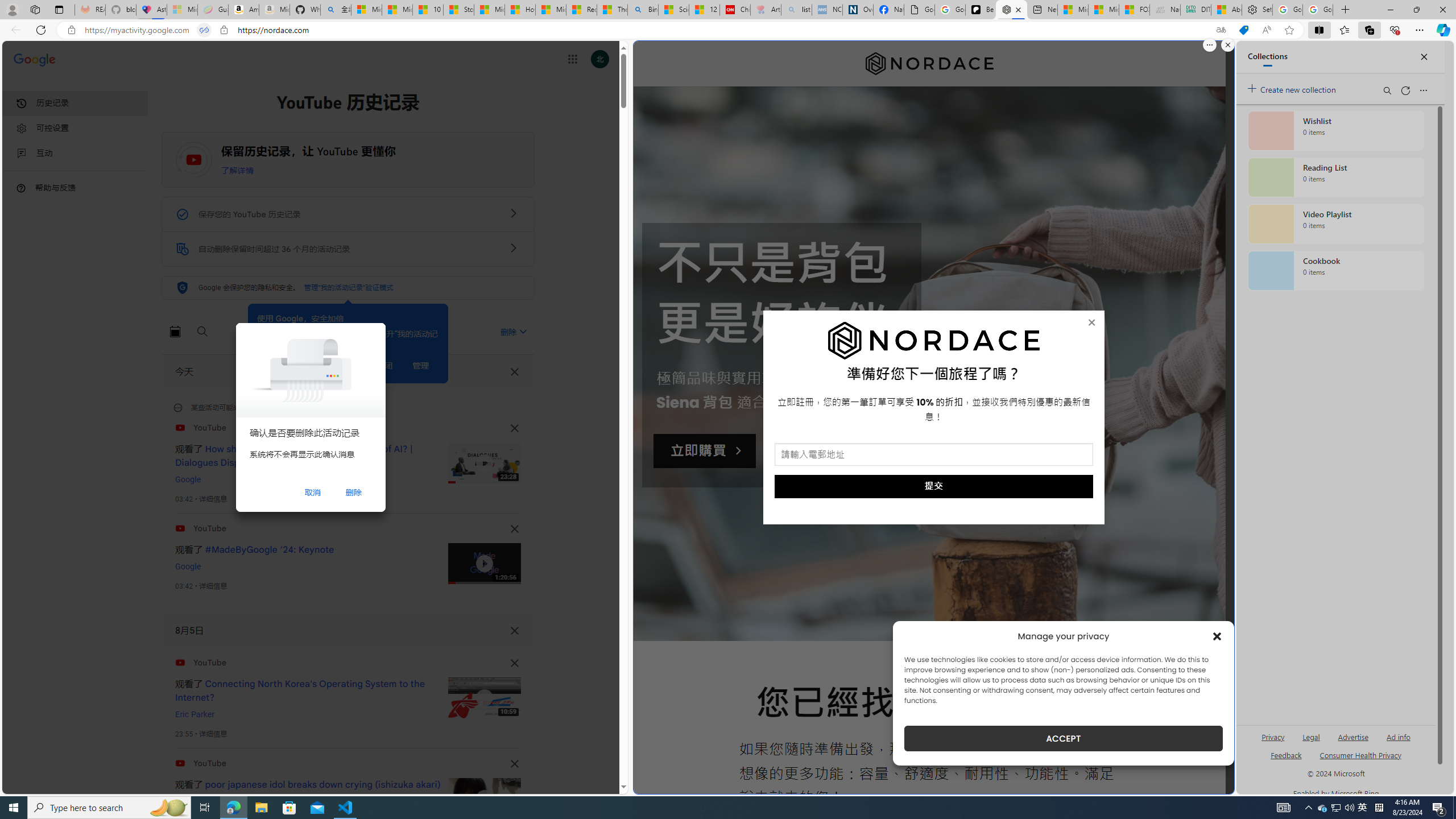  What do you see at coordinates (934, 454) in the screenshot?
I see `'AutomationID: input_5_1'` at bounding box center [934, 454].